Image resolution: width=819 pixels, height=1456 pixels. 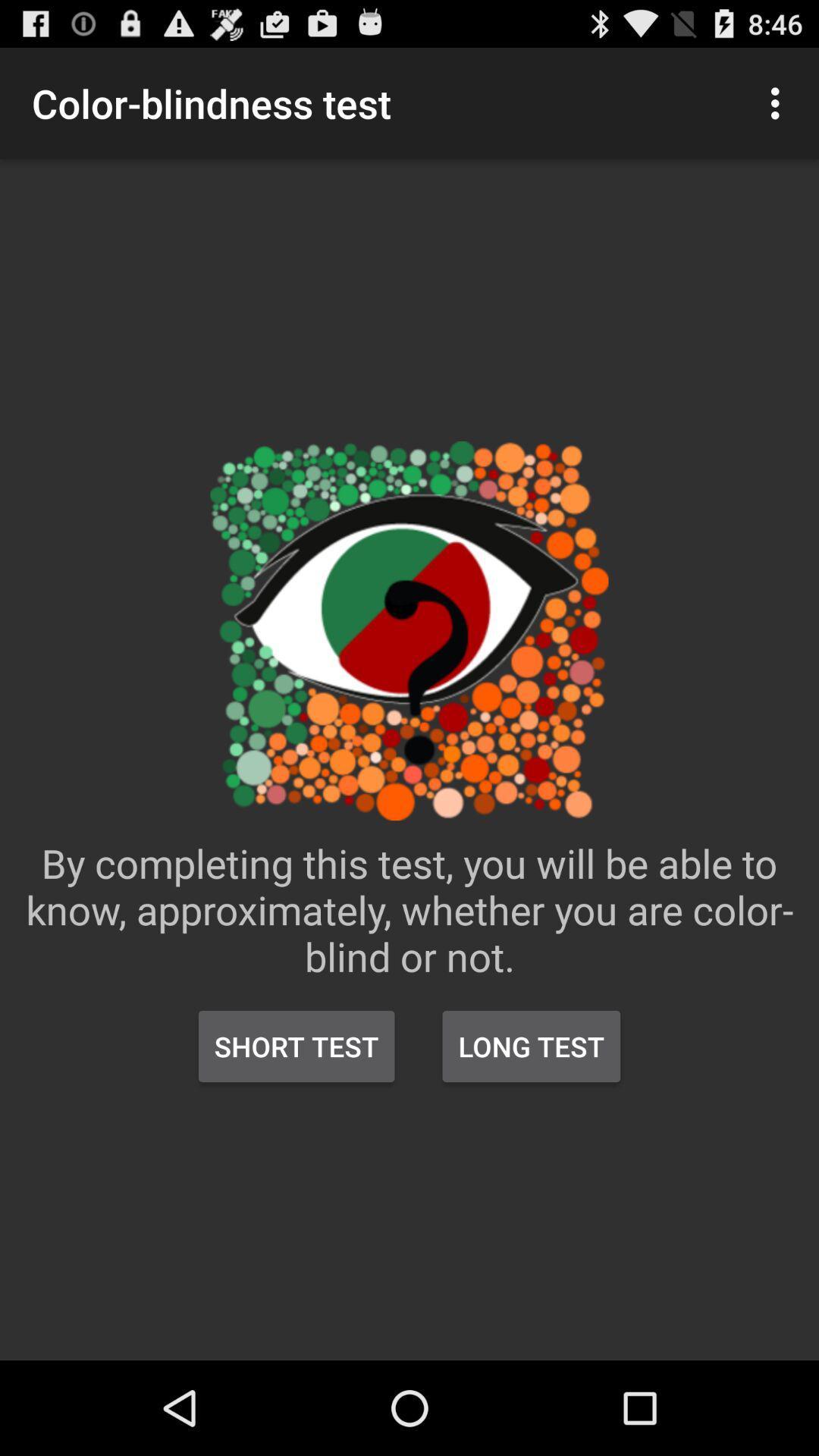 I want to click on short test button, so click(x=297, y=1046).